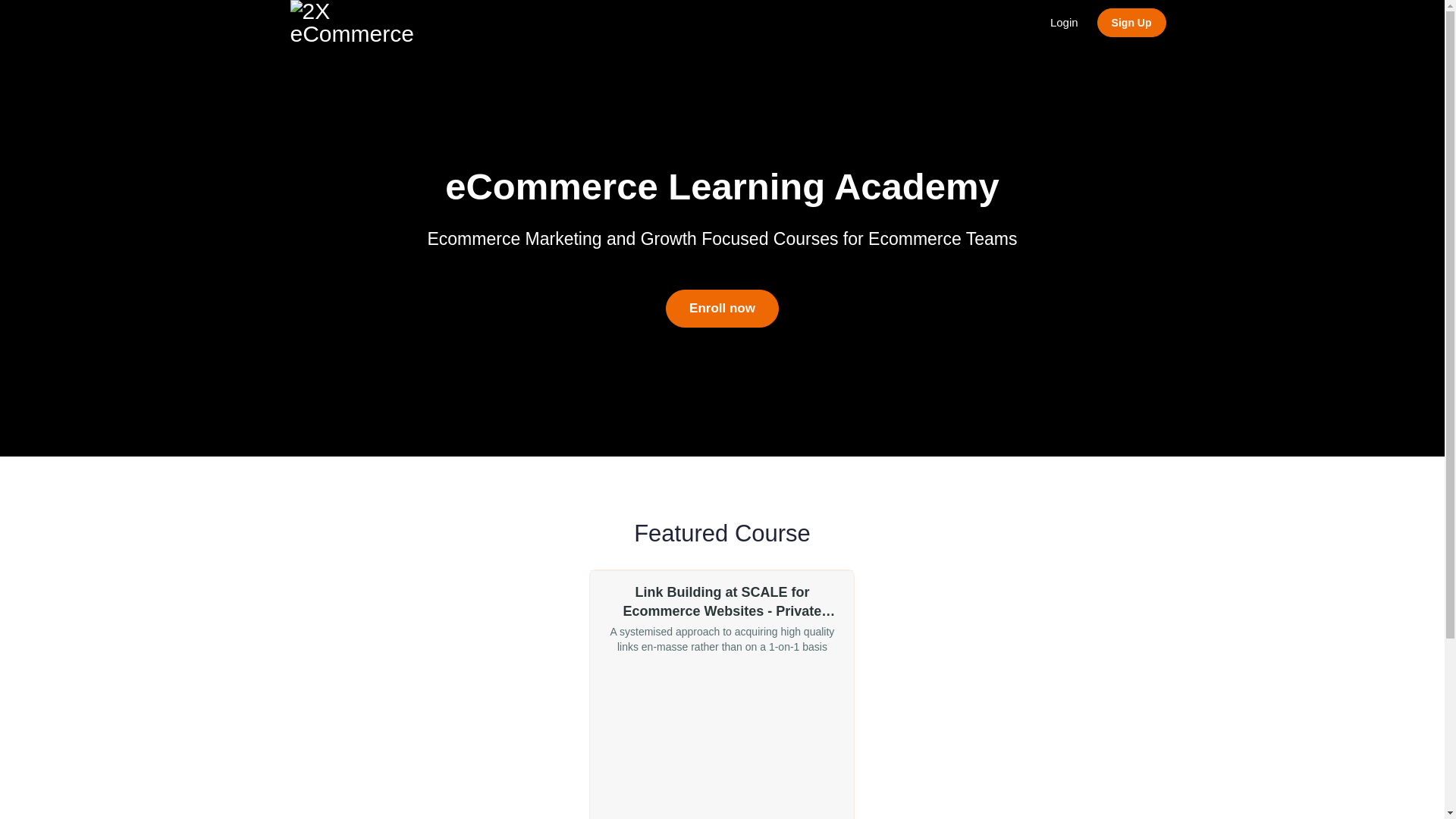  I want to click on 'Login', so click(1063, 23).